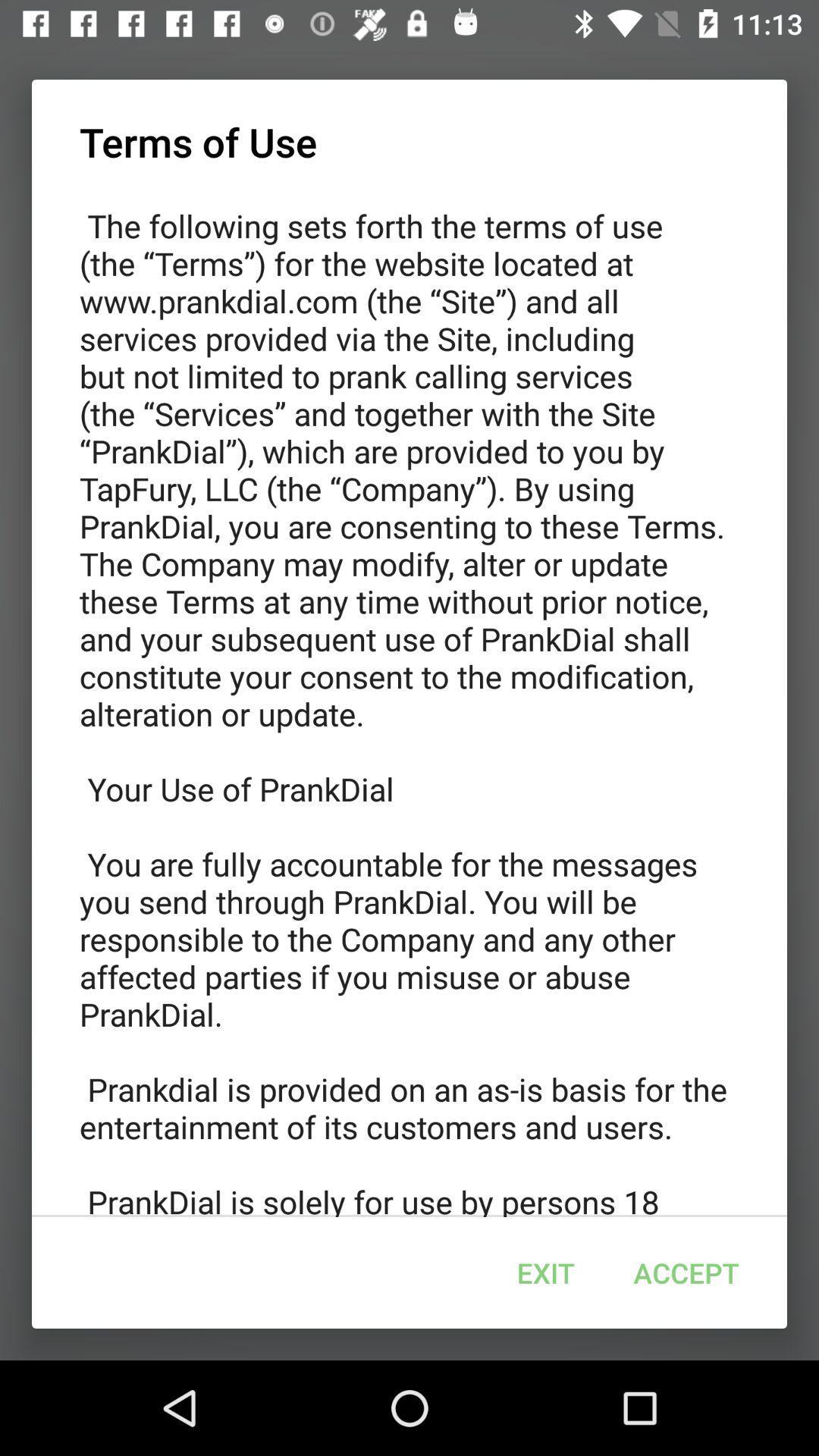  What do you see at coordinates (686, 1272) in the screenshot?
I see `accept` at bounding box center [686, 1272].